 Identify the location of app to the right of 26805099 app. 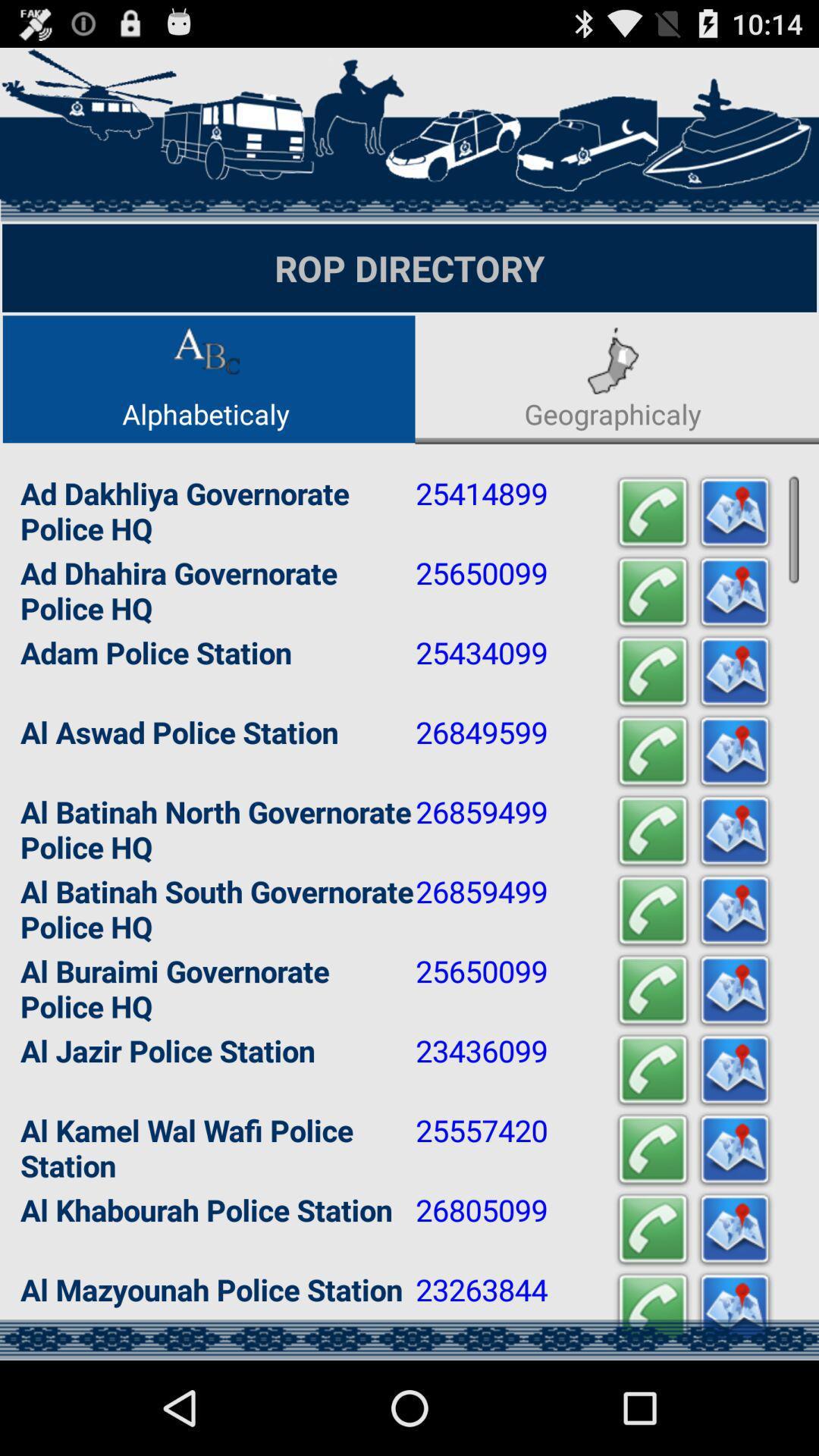
(651, 1229).